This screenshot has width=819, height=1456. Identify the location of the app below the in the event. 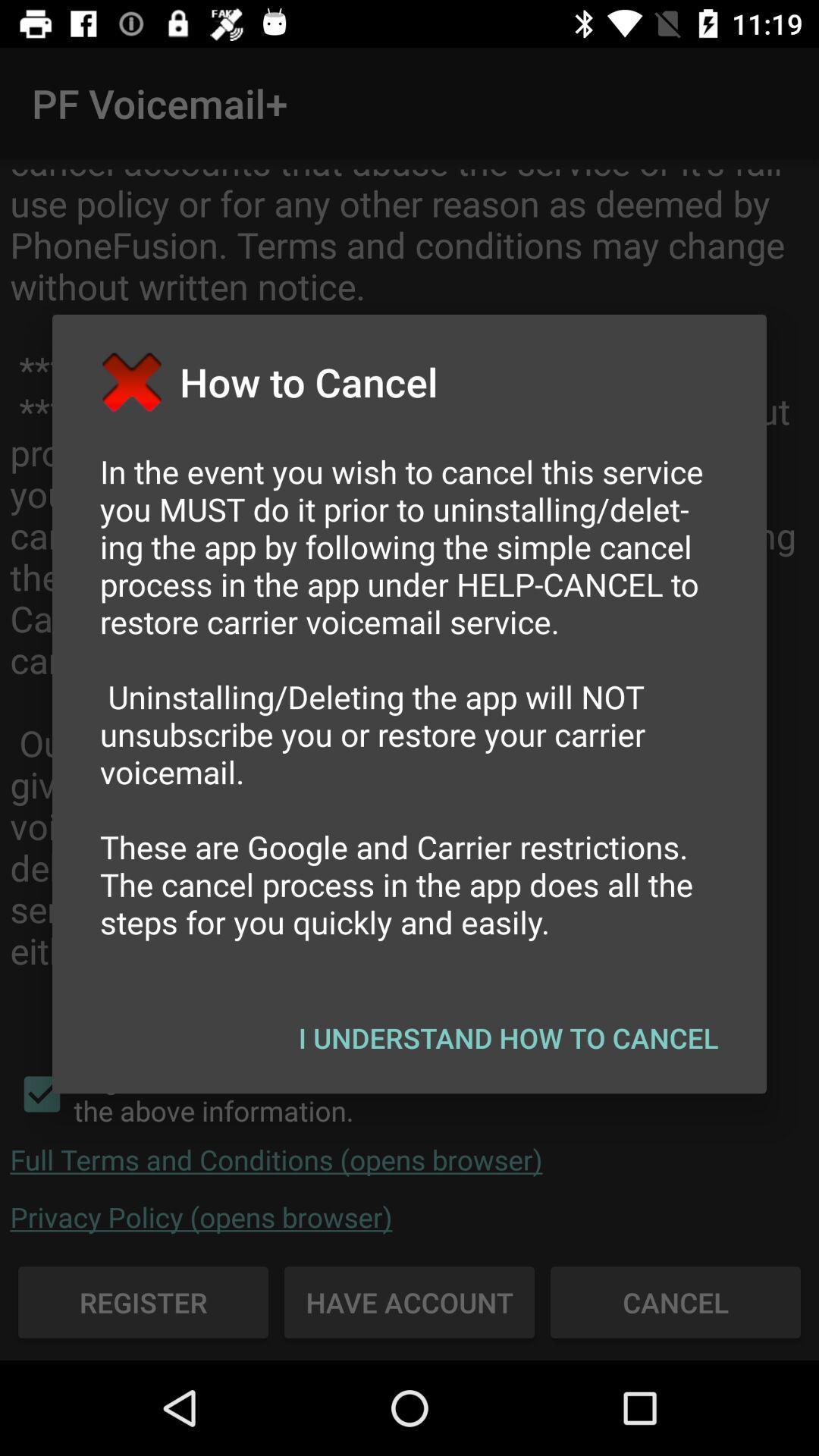
(508, 1037).